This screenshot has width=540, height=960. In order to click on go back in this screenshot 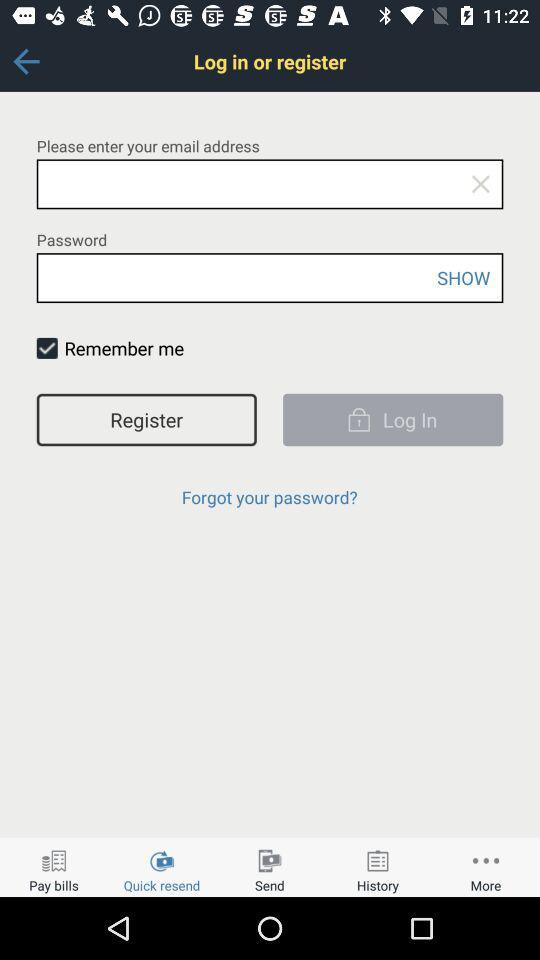, I will do `click(25, 61)`.